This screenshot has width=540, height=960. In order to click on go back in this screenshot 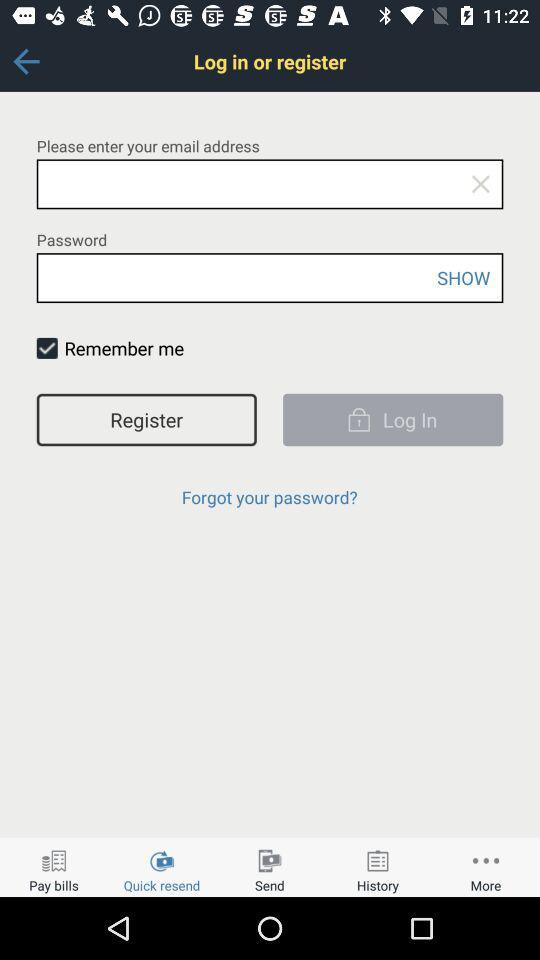, I will do `click(25, 61)`.